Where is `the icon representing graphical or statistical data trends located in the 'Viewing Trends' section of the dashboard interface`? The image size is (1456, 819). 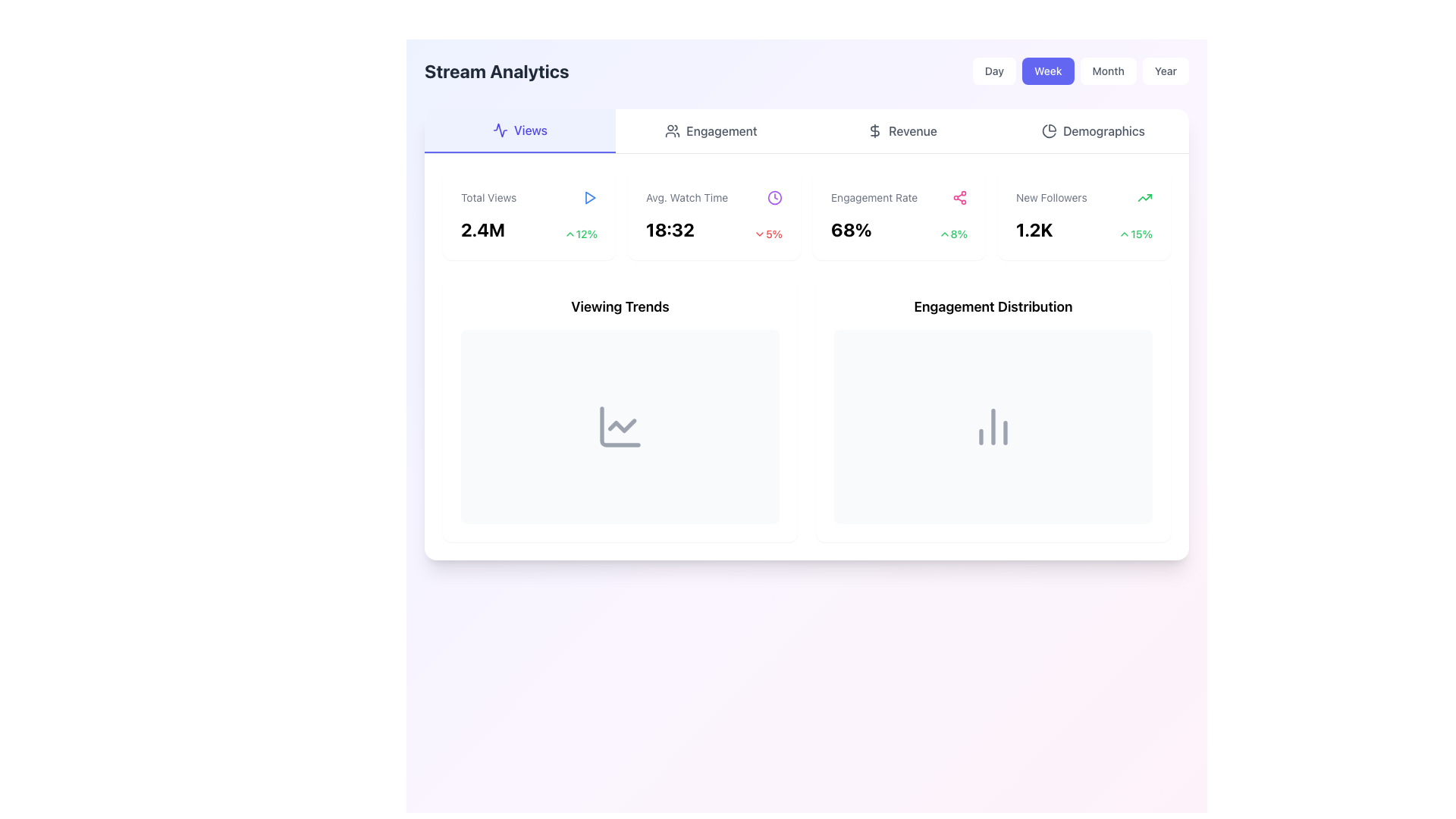 the icon representing graphical or statistical data trends located in the 'Viewing Trends' section of the dashboard interface is located at coordinates (620, 427).